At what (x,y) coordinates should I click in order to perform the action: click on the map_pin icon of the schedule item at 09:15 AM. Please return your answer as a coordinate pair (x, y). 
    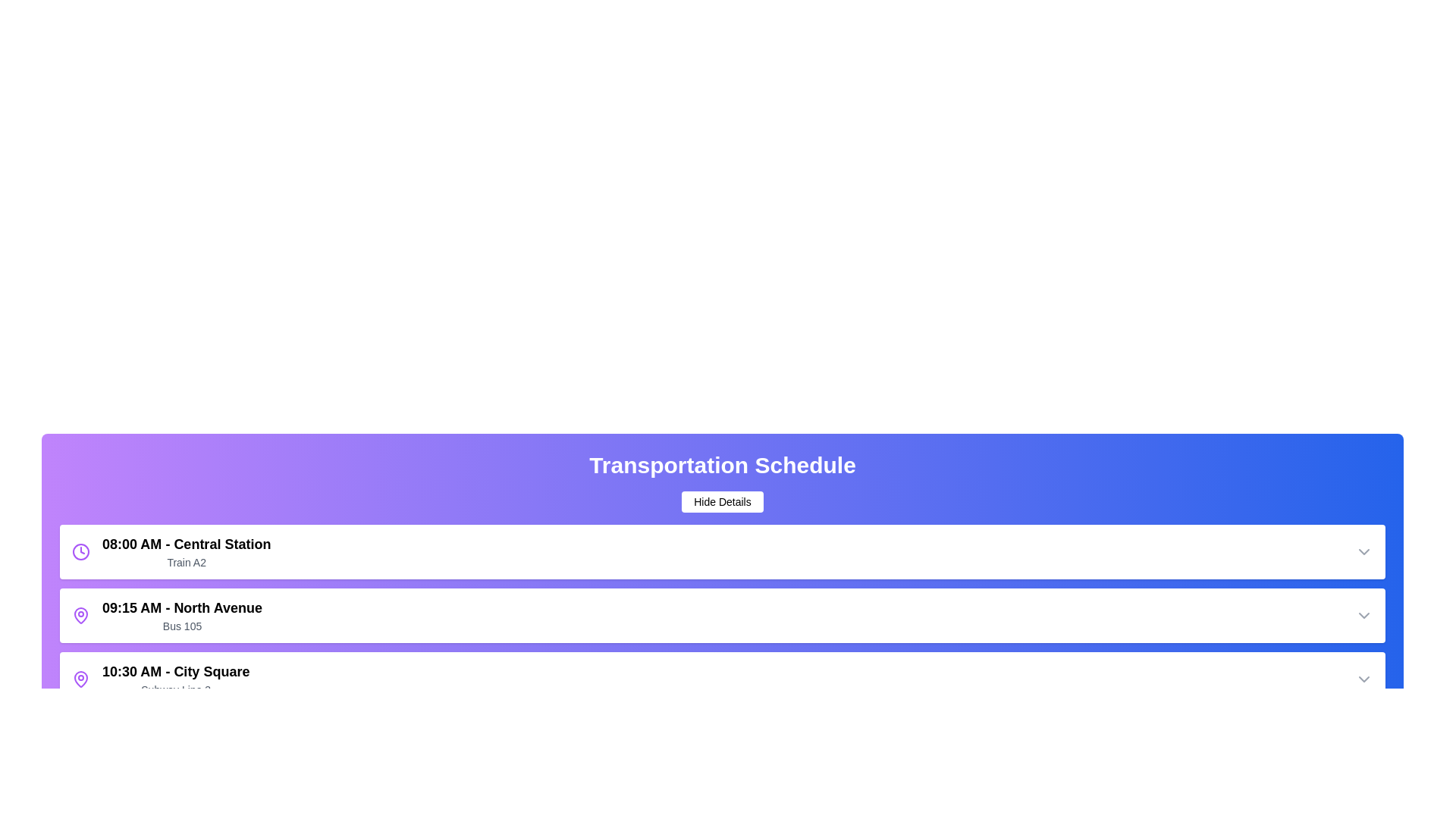
    Looking at the image, I should click on (80, 616).